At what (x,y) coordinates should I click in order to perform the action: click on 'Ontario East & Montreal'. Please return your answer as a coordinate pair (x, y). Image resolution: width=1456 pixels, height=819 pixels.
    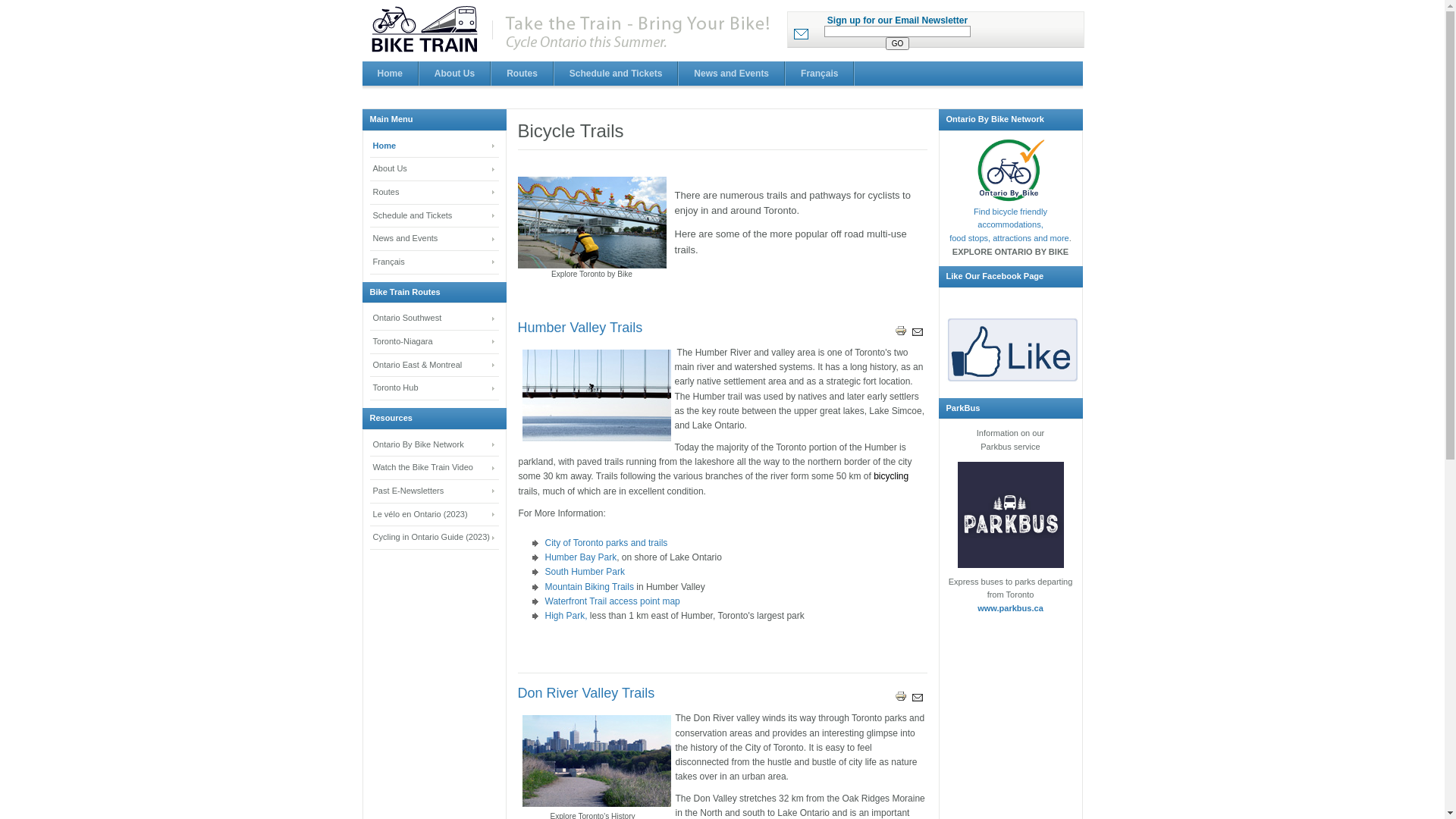
    Looking at the image, I should click on (433, 366).